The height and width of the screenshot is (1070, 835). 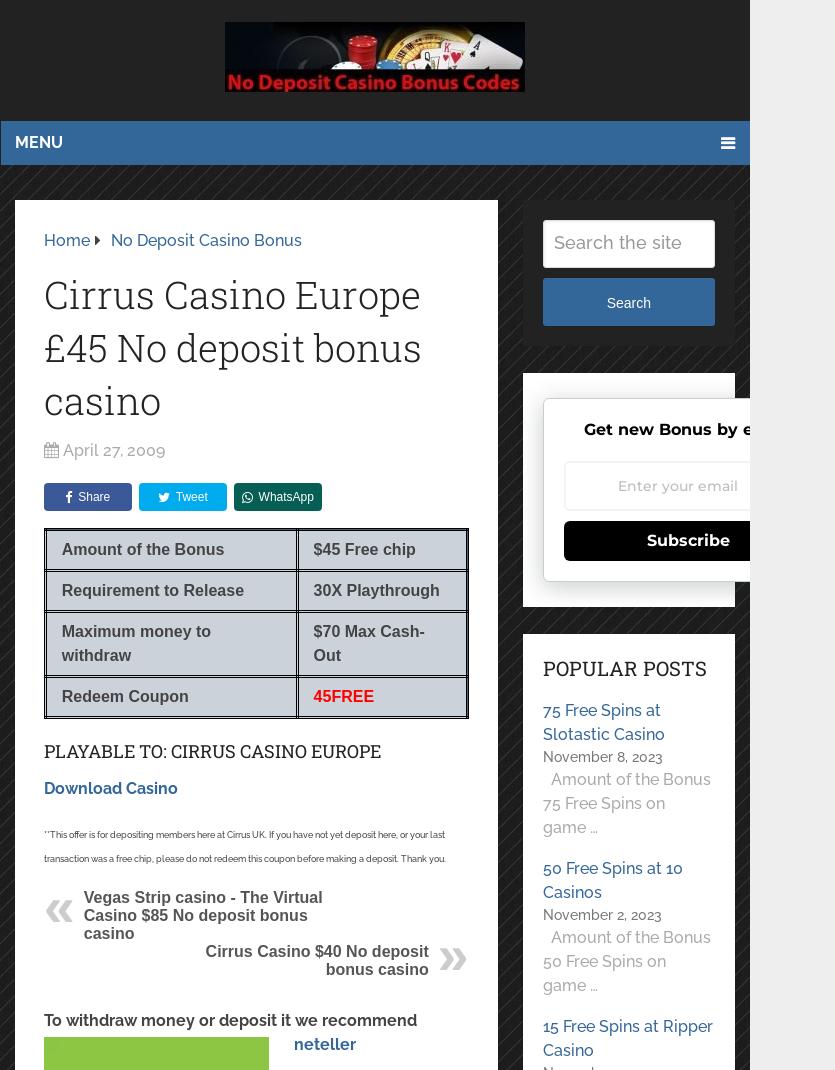 What do you see at coordinates (205, 238) in the screenshot?
I see `'No Deposit Casino Bonus'` at bounding box center [205, 238].